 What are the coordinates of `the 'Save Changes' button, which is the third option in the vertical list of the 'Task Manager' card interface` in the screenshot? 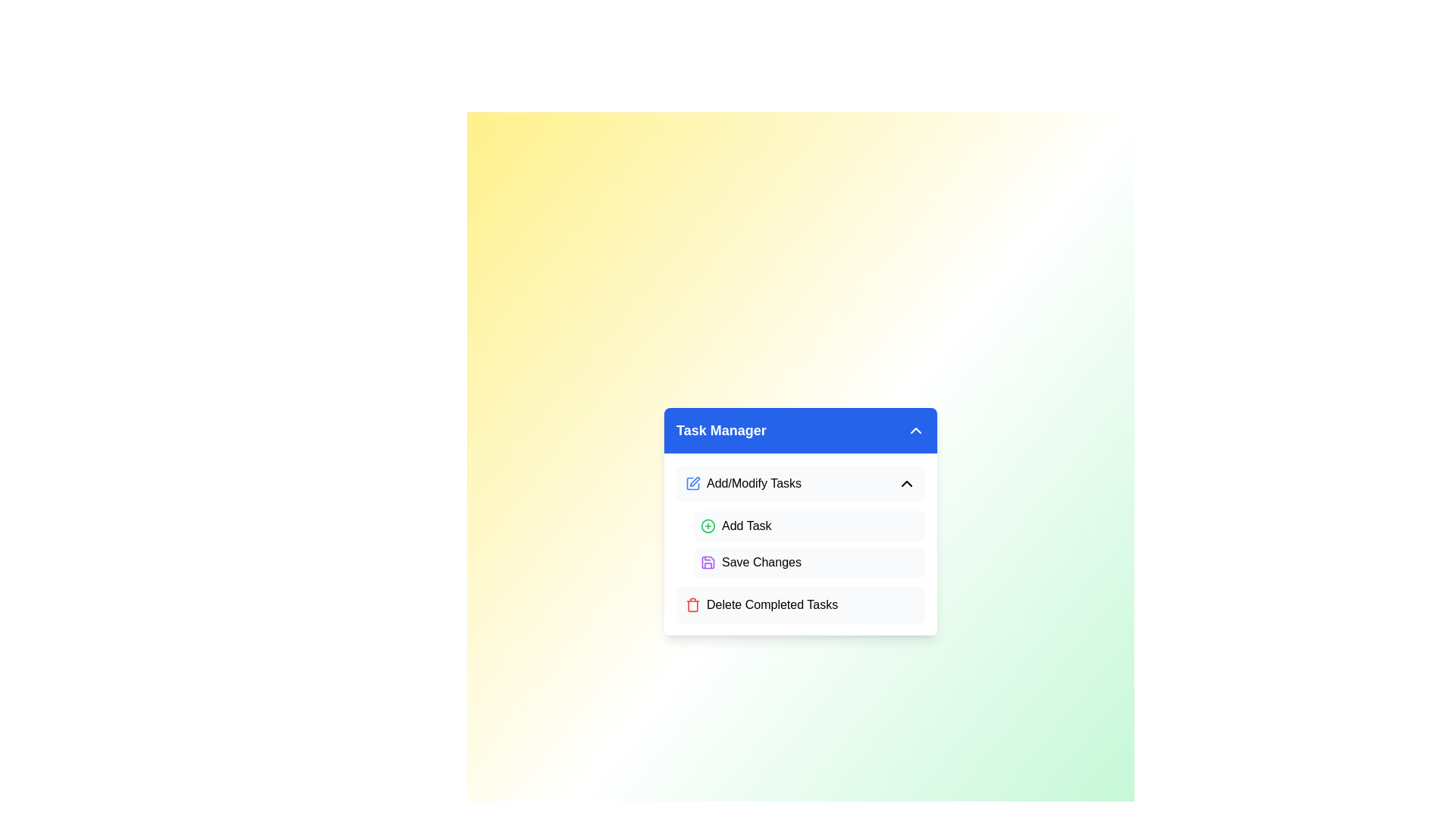 It's located at (761, 562).